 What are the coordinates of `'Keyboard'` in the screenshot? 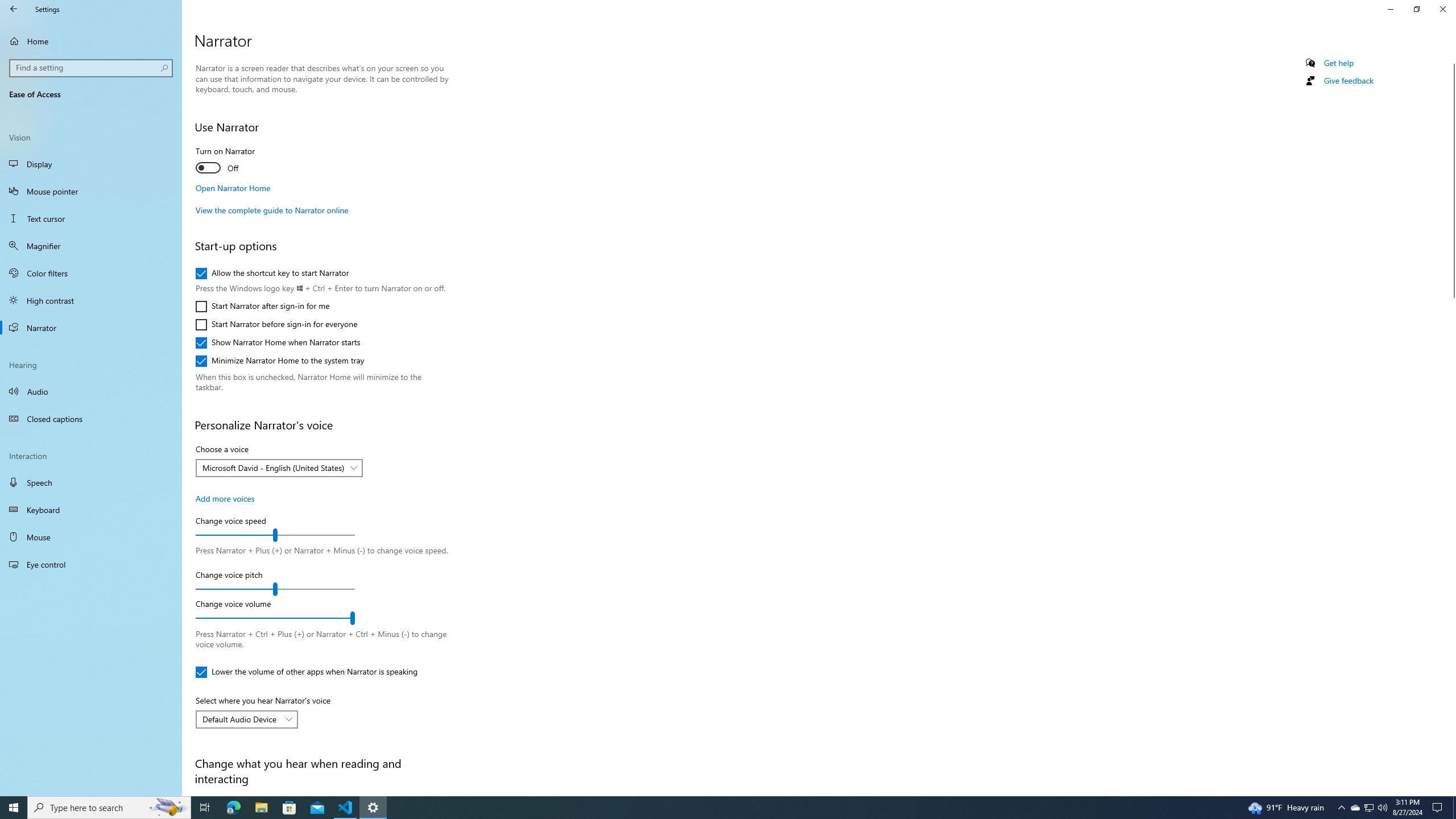 It's located at (90, 510).